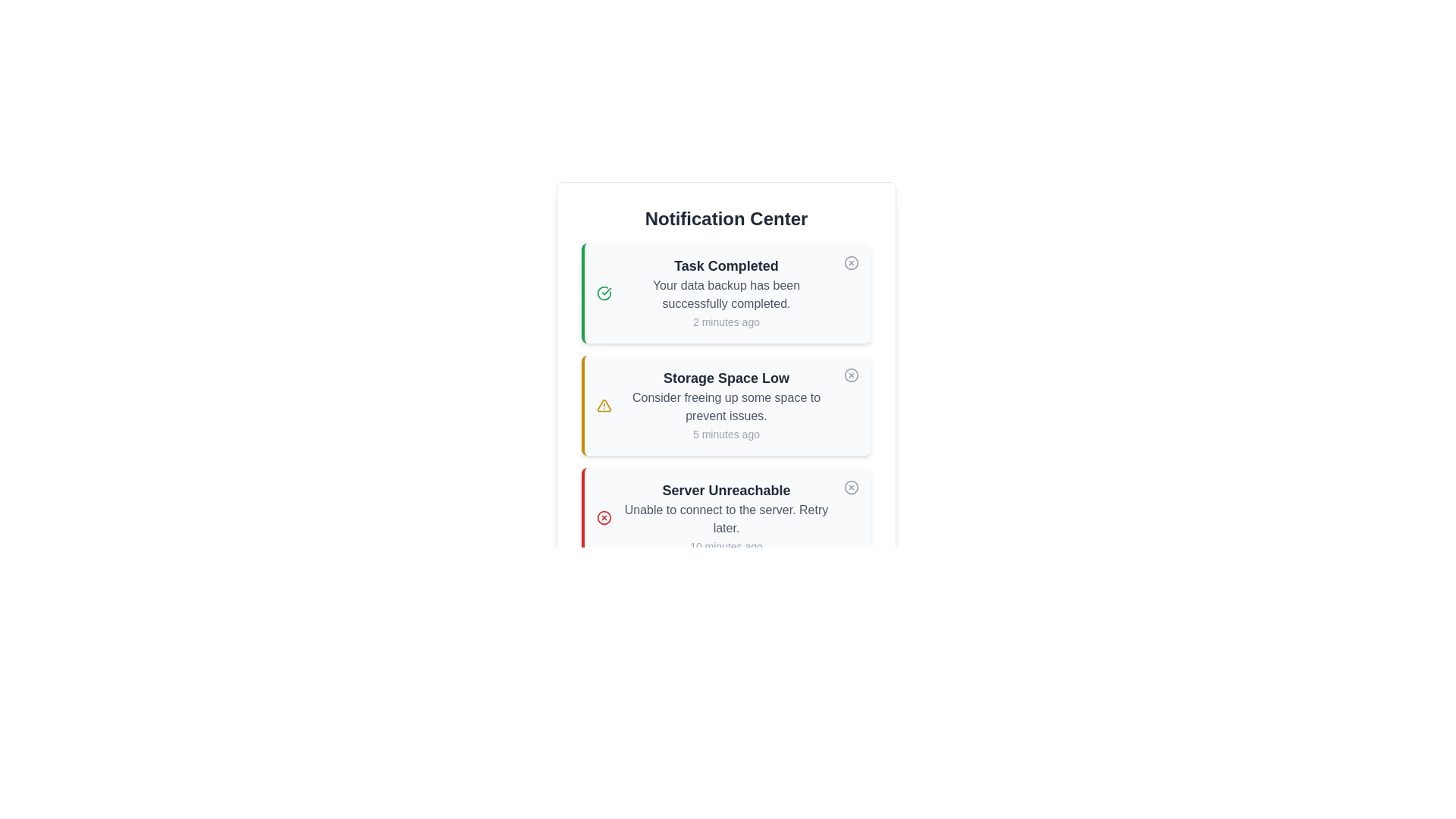  What do you see at coordinates (726, 435) in the screenshot?
I see `the timestamp indicator text label located at the lower right corner of the notification titled 'Storage Space Low', which provides information on when the notification was created or last updated` at bounding box center [726, 435].